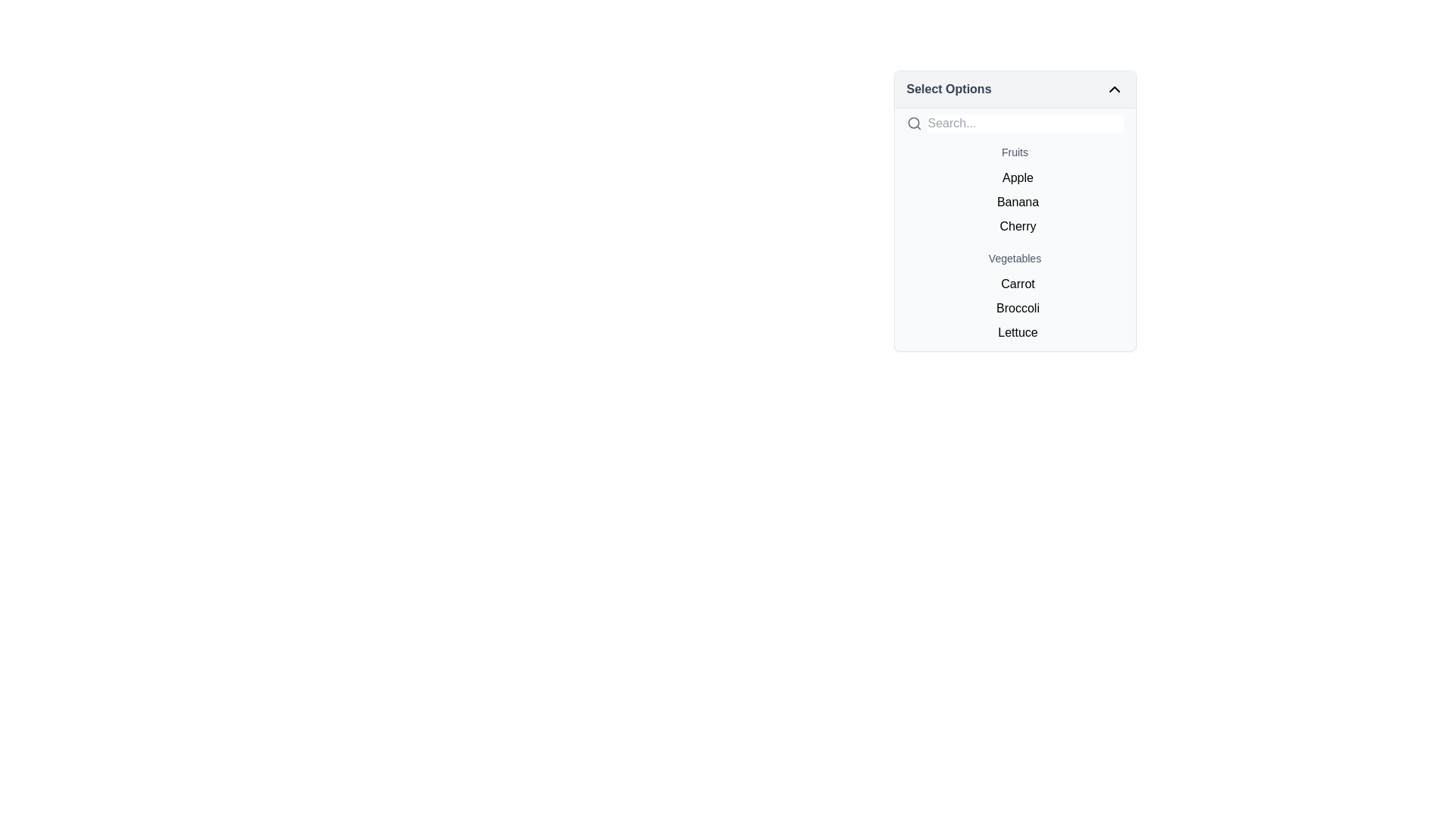 This screenshot has width=1456, height=819. What do you see at coordinates (1018, 227) in the screenshot?
I see `the text label 'Cherry' which is the third item in the 'Fruits' section of a dropdown menu, positioned below 'Banana'` at bounding box center [1018, 227].